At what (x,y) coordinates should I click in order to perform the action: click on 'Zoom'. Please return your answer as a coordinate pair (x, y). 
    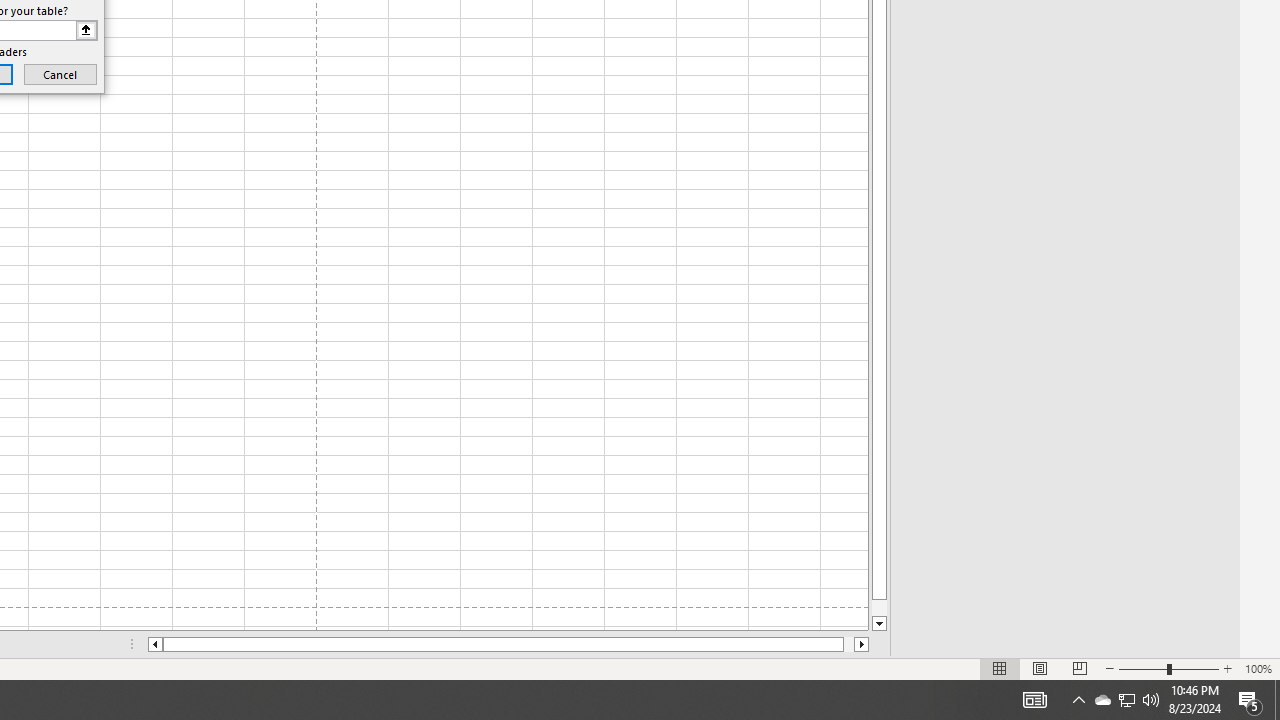
    Looking at the image, I should click on (1168, 669).